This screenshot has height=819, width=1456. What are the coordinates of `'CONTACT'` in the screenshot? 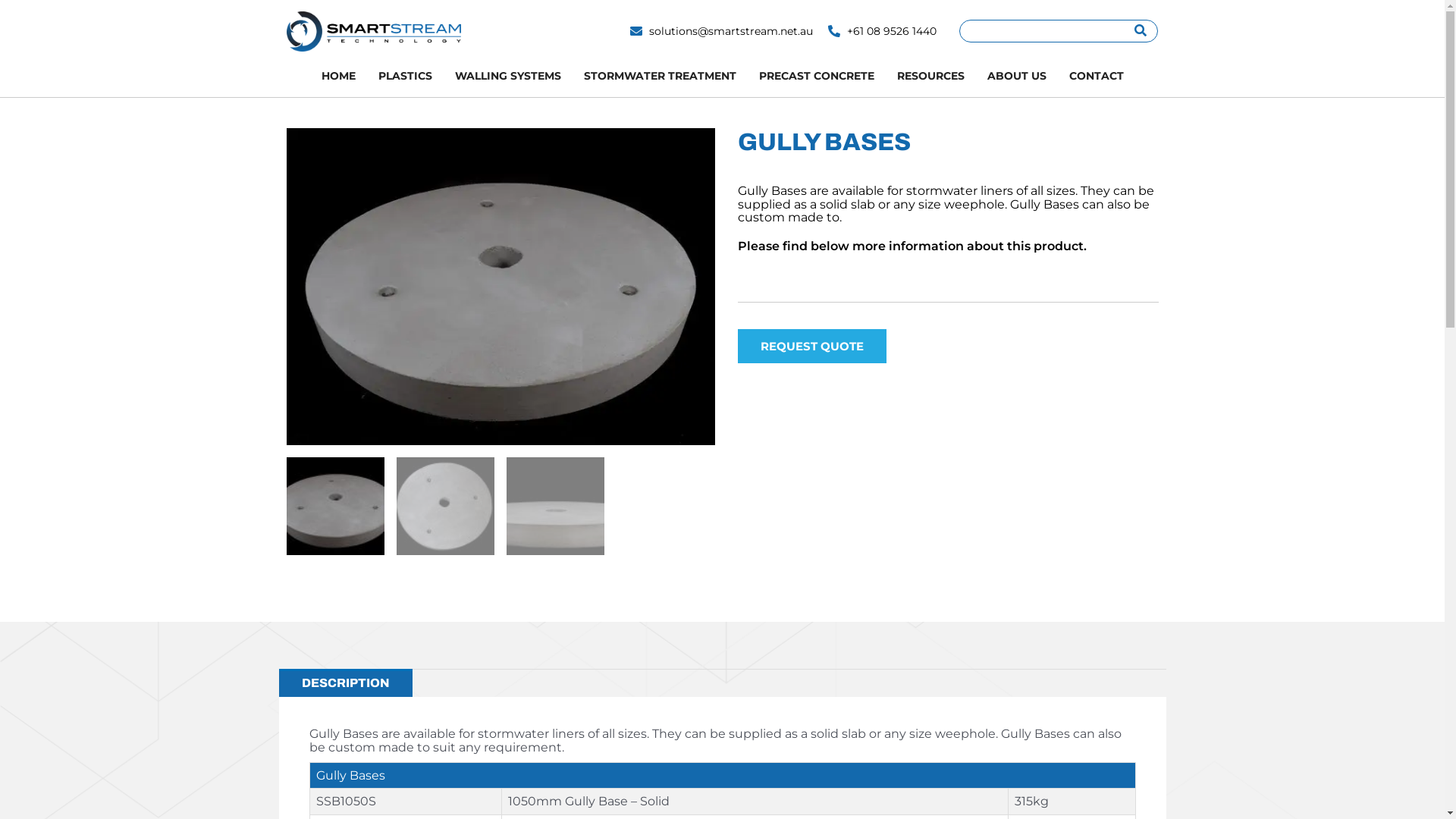 It's located at (1056, 76).